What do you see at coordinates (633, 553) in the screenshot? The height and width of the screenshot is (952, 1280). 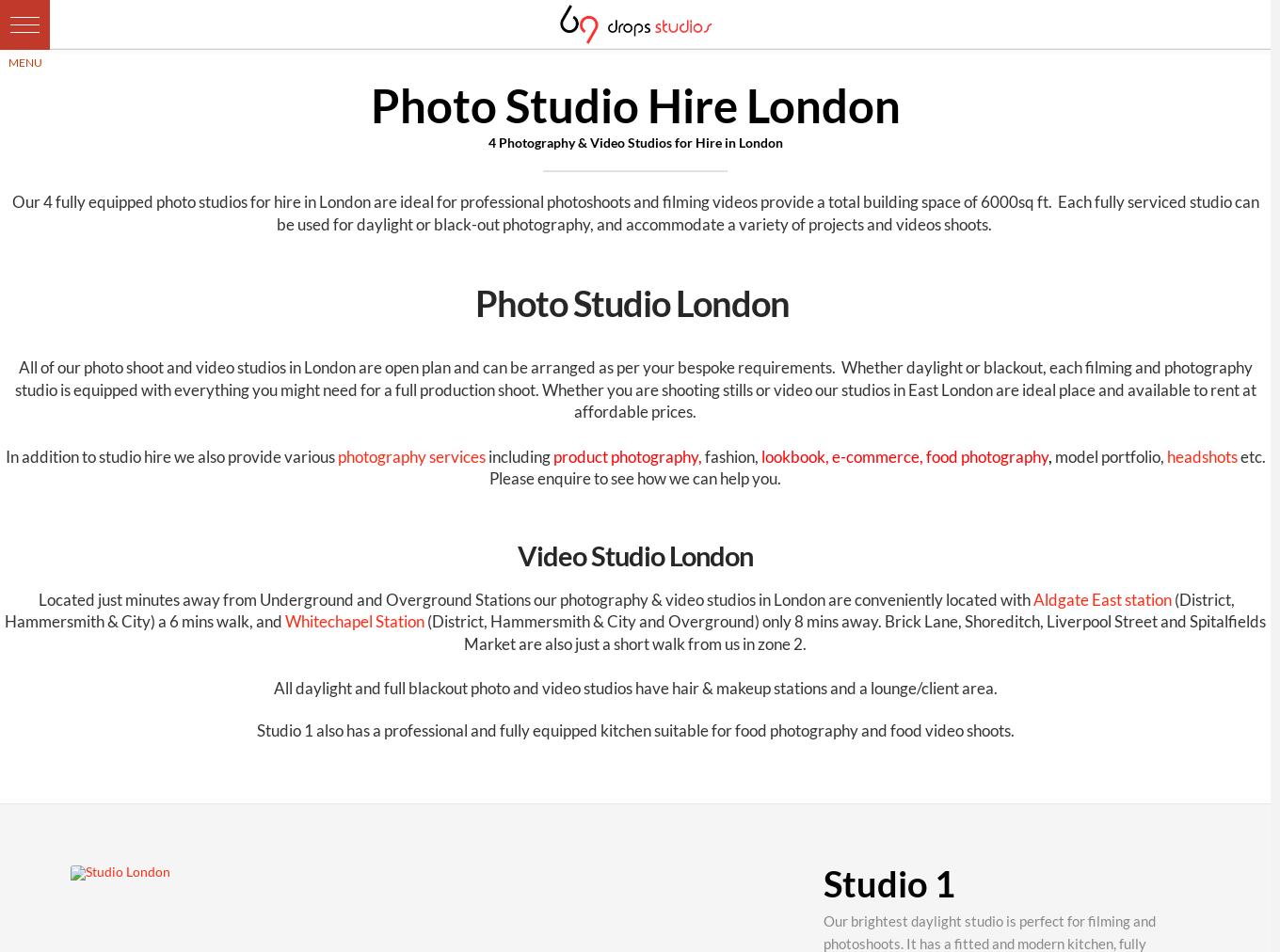 I see `'Video Studio London'` at bounding box center [633, 553].